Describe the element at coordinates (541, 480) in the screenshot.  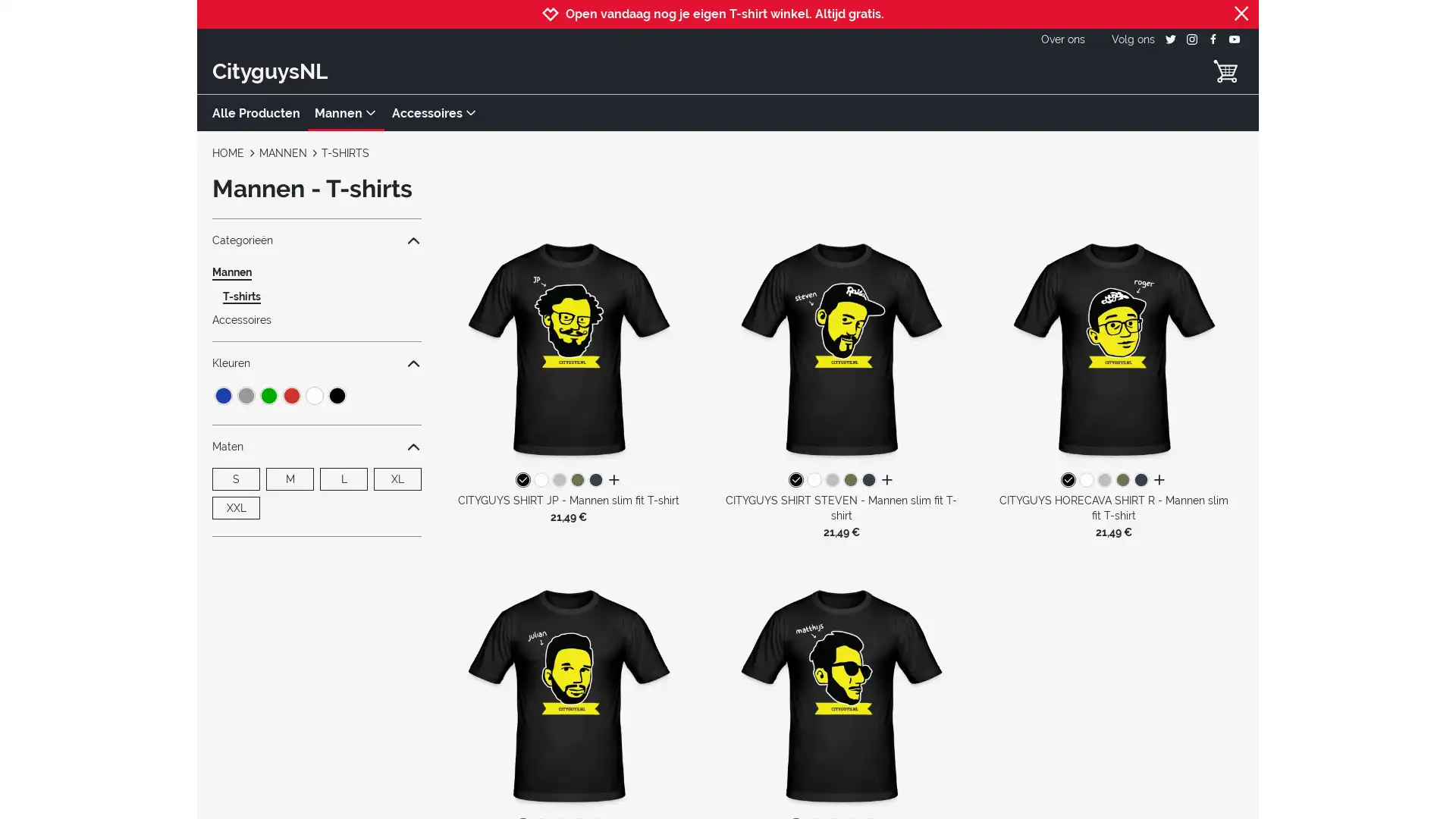
I see `wit` at that location.